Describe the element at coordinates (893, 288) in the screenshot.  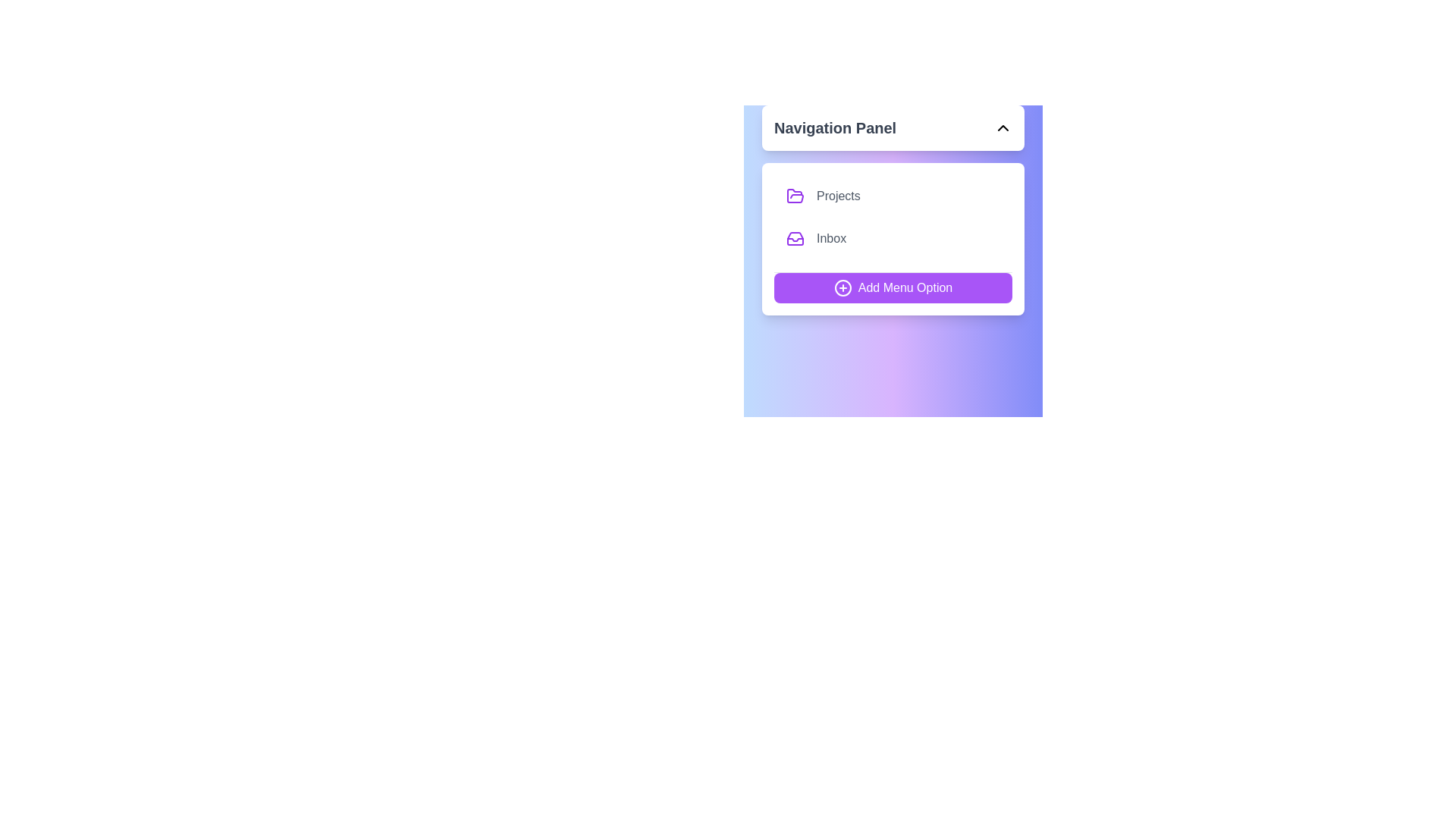
I see `the 'Add Menu Option' button to initiate the action` at that location.